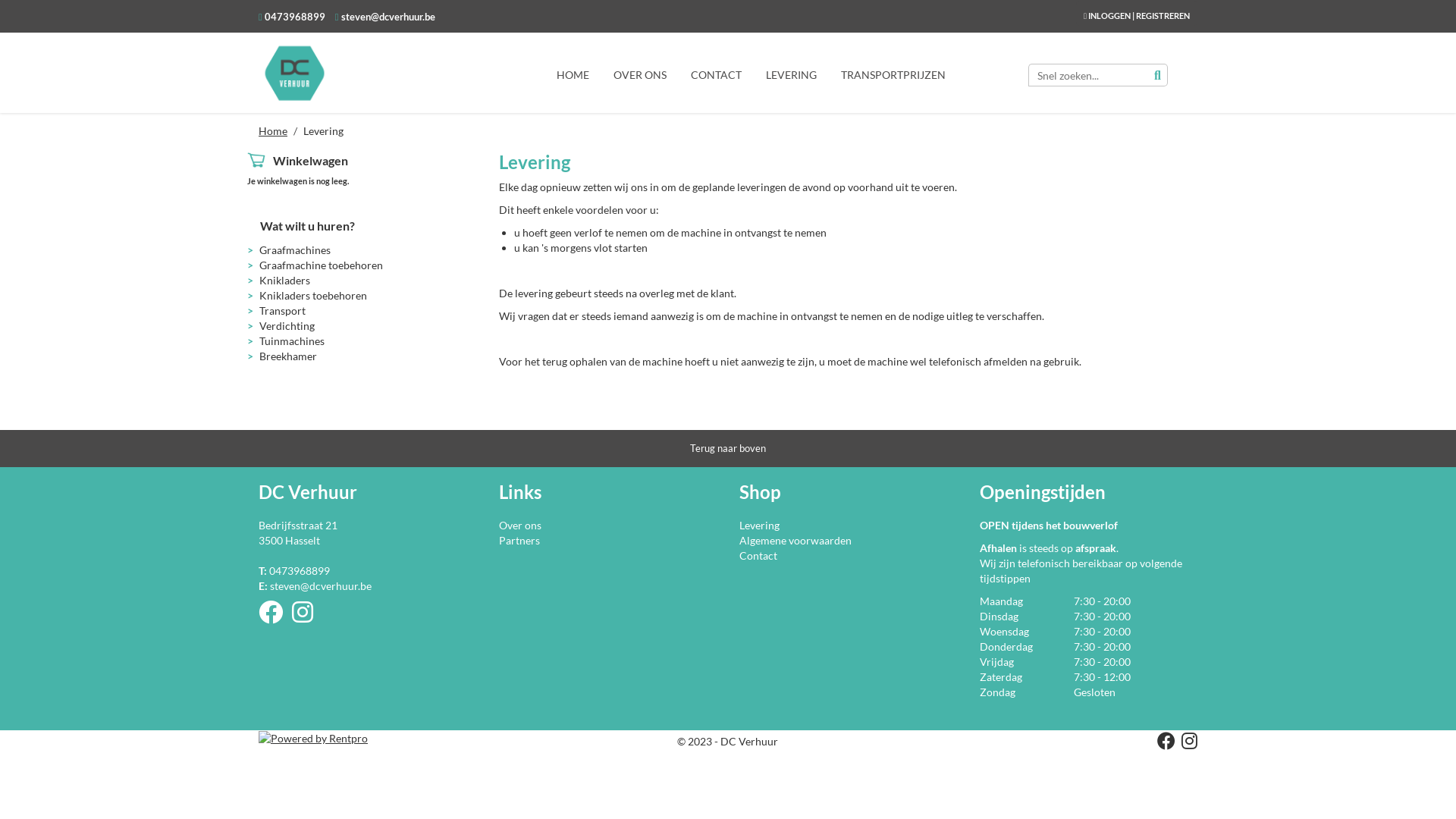  Describe the element at coordinates (258, 130) in the screenshot. I see `'Home'` at that location.